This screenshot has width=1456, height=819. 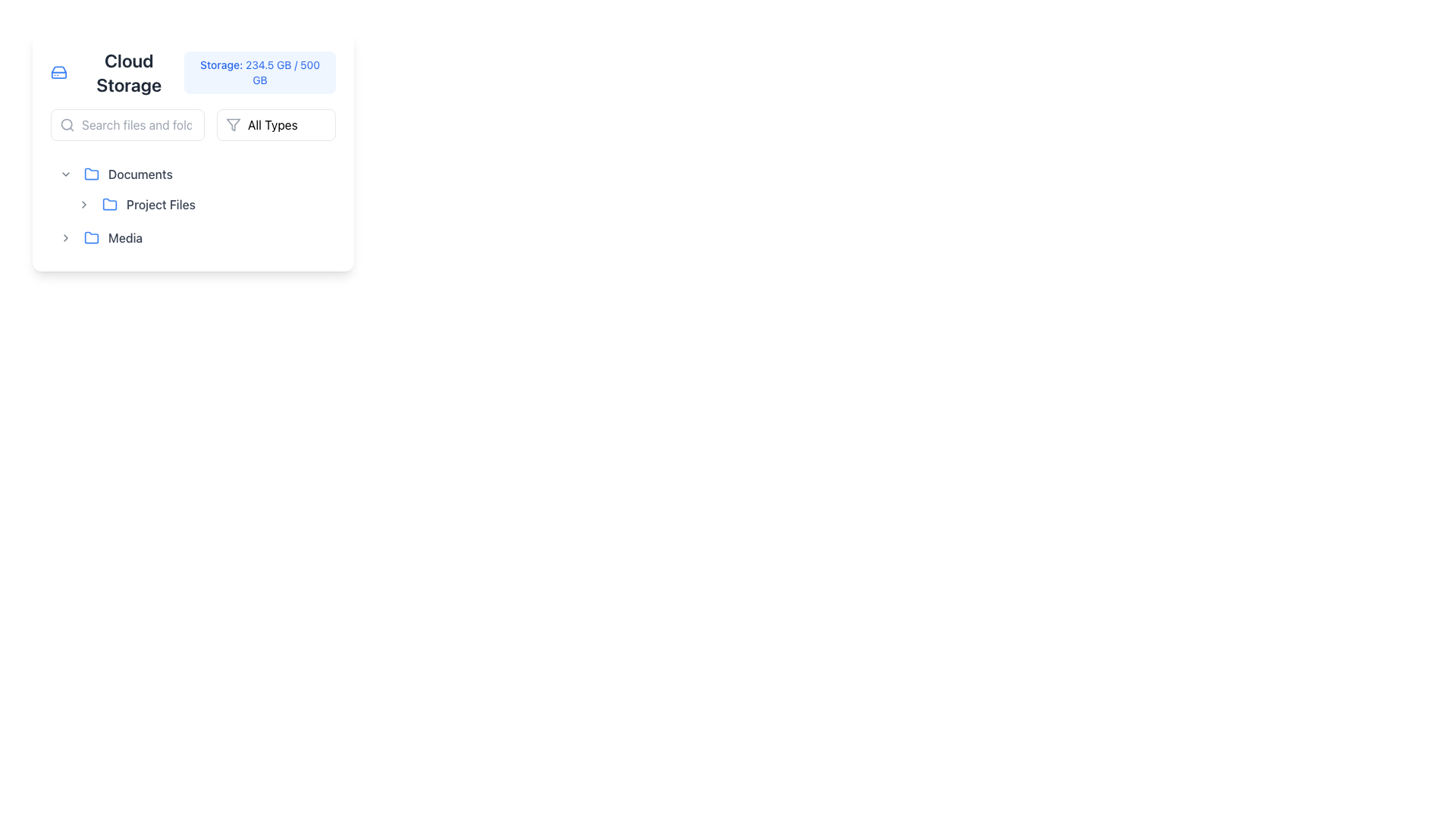 I want to click on the filter icon located to the left of the text label within the 'All Types' dropdown button, which visually indicates the filter functionality, so click(x=232, y=124).